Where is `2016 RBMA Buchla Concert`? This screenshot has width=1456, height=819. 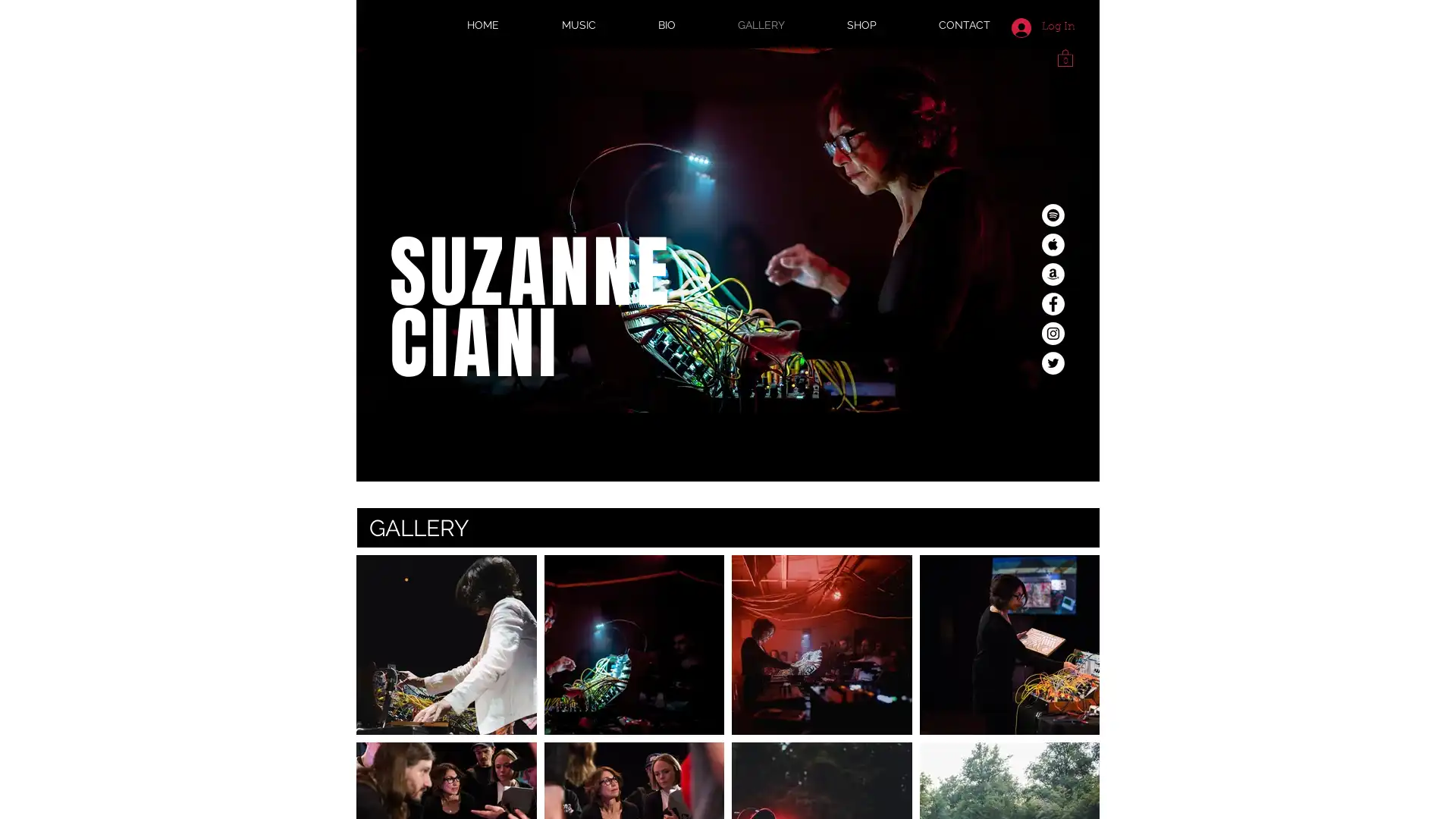
2016 RBMA Buchla Concert is located at coordinates (634, 645).